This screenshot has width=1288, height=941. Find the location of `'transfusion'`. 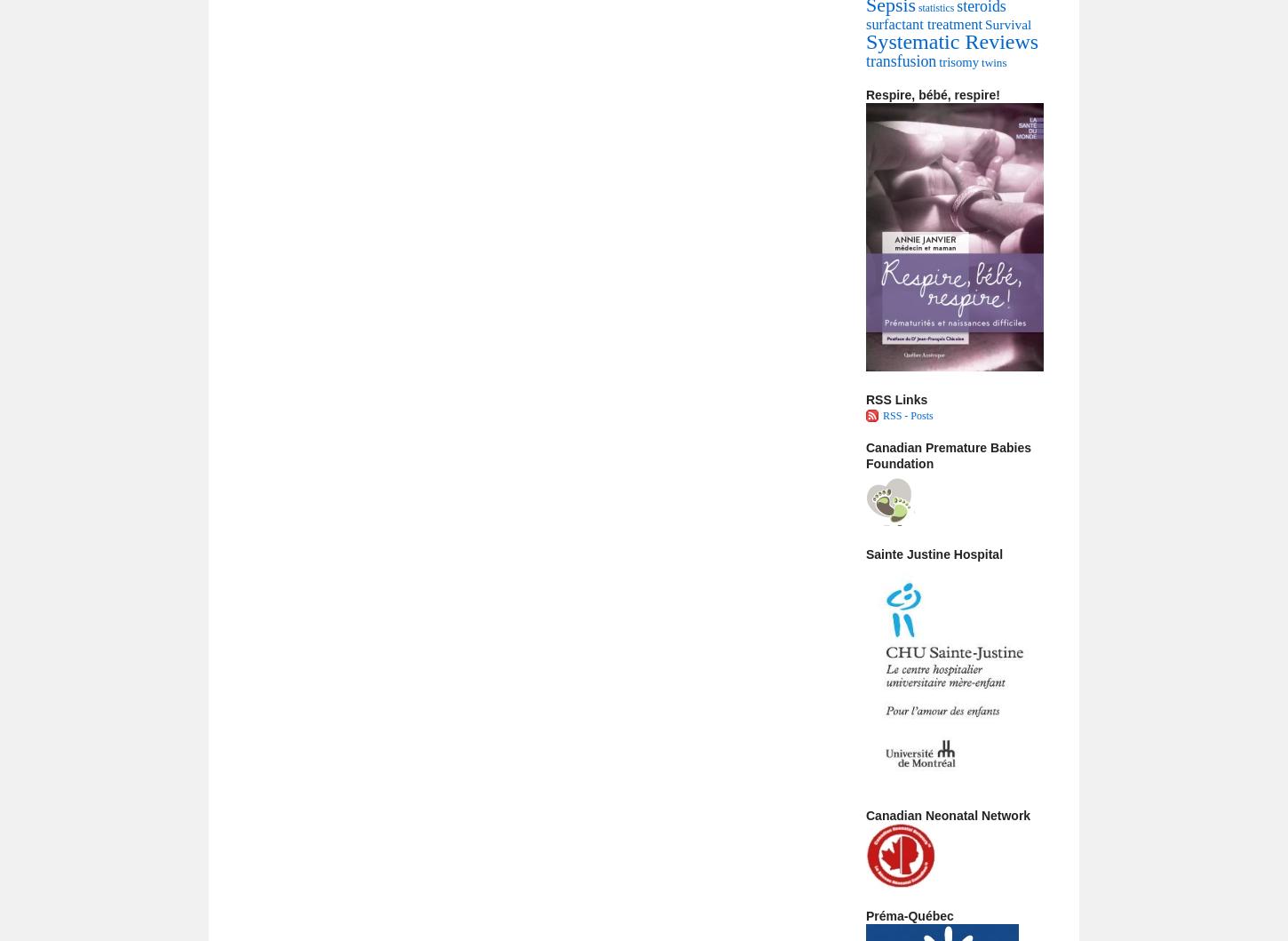

'transfusion' is located at coordinates (865, 61).